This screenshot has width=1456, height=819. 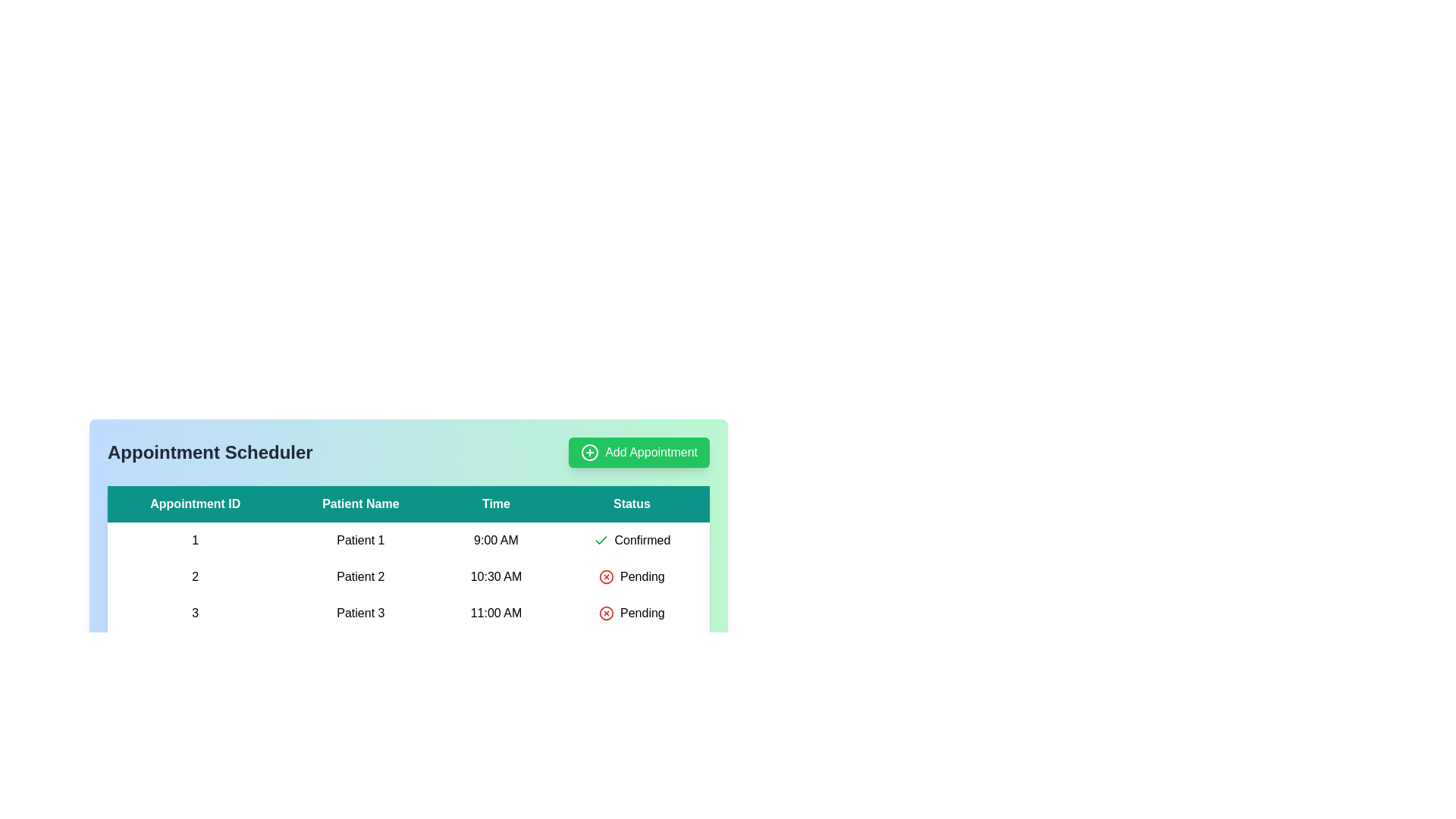 What do you see at coordinates (639, 452) in the screenshot?
I see `'Add Appointment' button` at bounding box center [639, 452].